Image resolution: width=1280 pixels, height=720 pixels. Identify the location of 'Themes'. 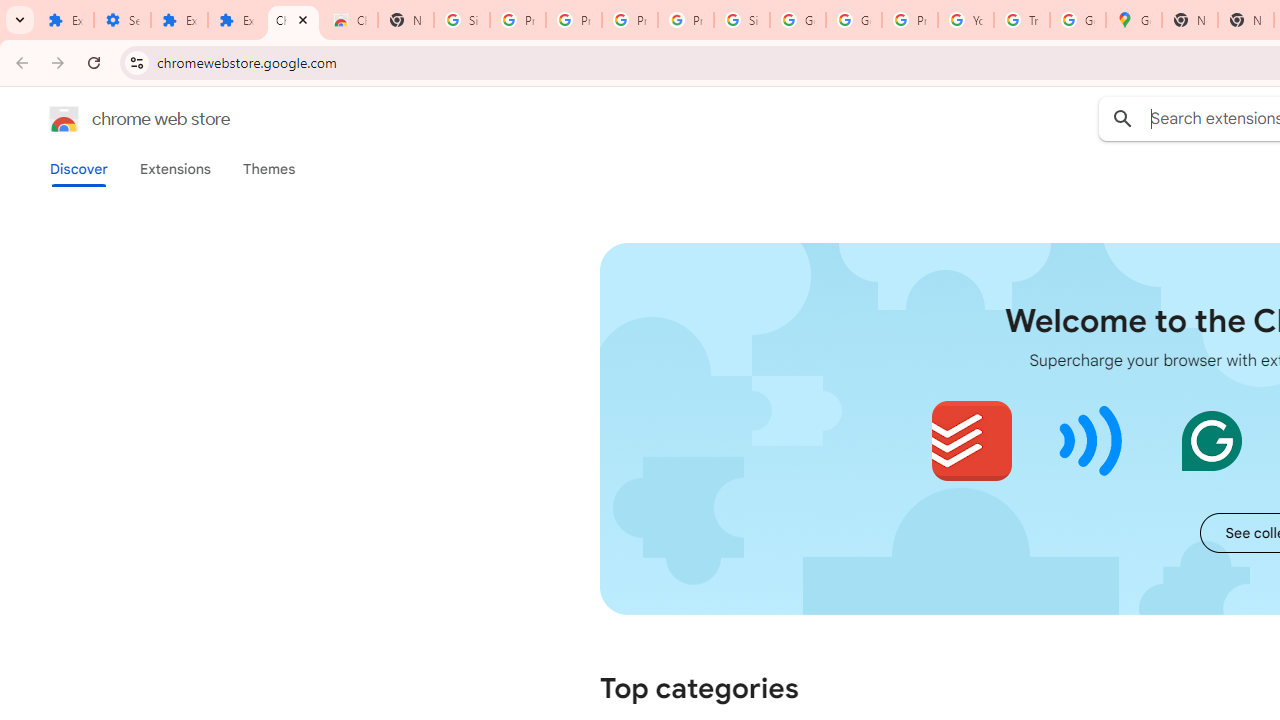
(268, 168).